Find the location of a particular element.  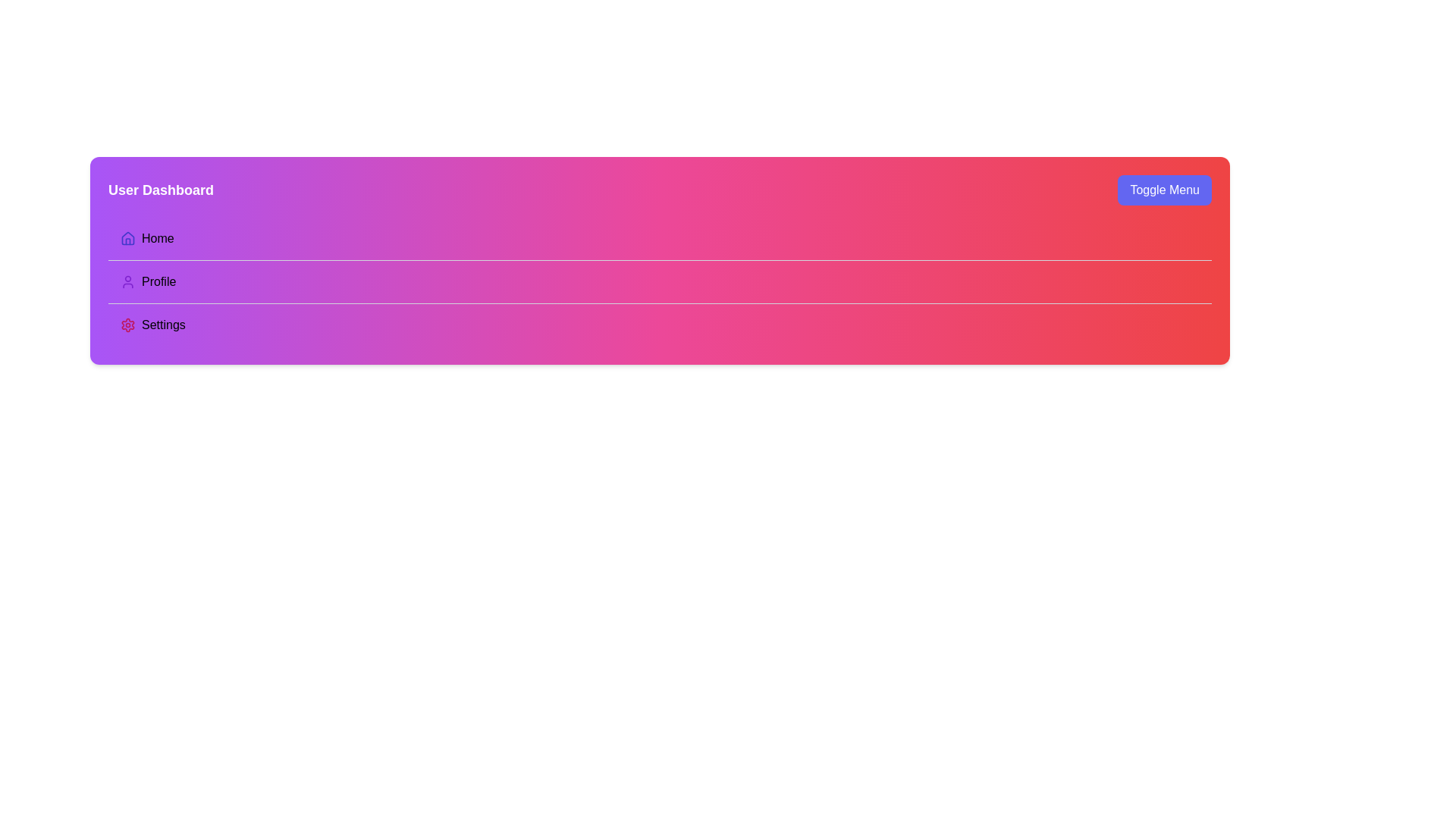

text label that displays 'User Dashboard', which is styled in bold and located in the top-left corner of the header area is located at coordinates (161, 189).